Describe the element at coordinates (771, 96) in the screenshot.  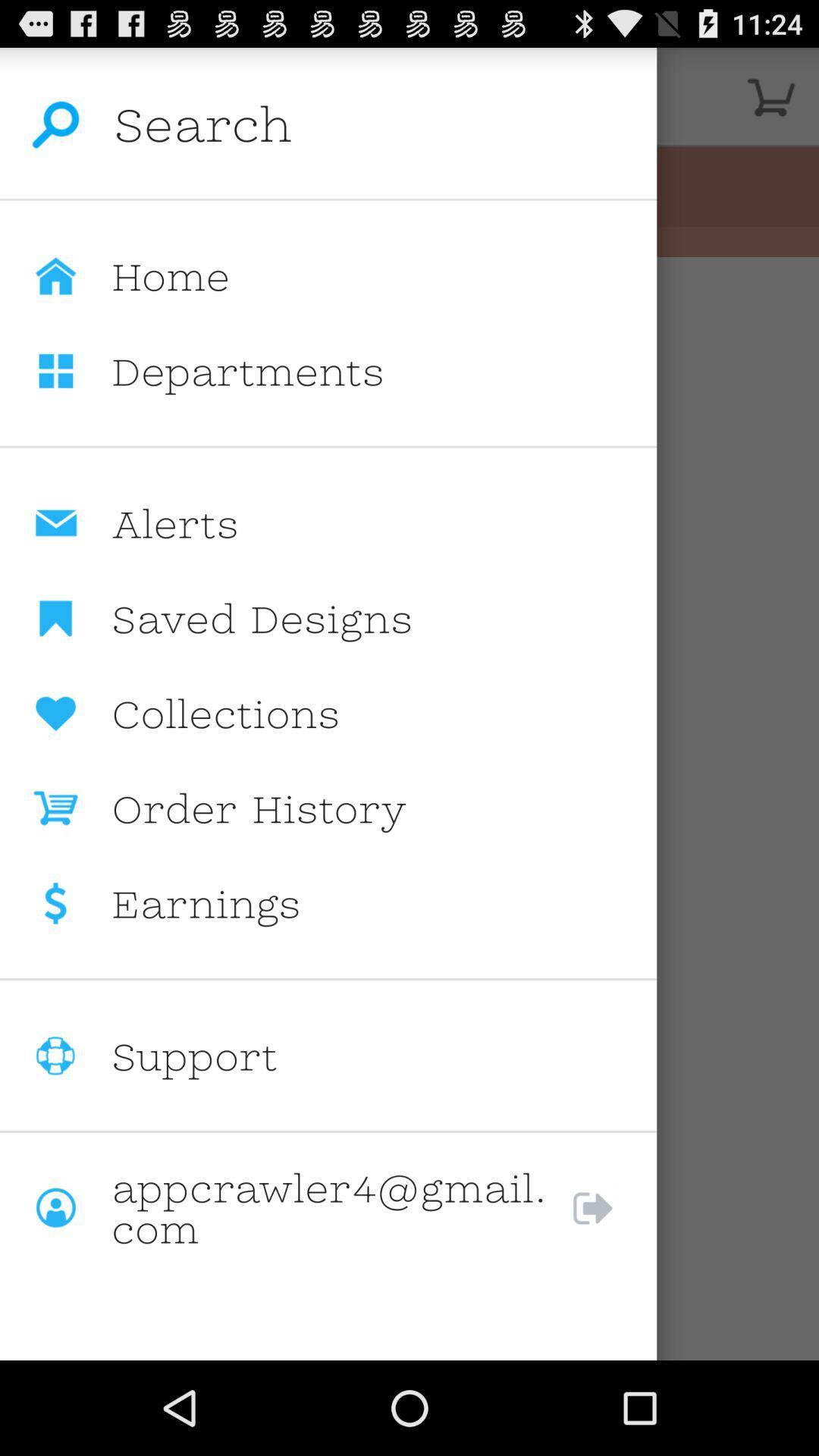
I see `the image on the top right corner` at that location.